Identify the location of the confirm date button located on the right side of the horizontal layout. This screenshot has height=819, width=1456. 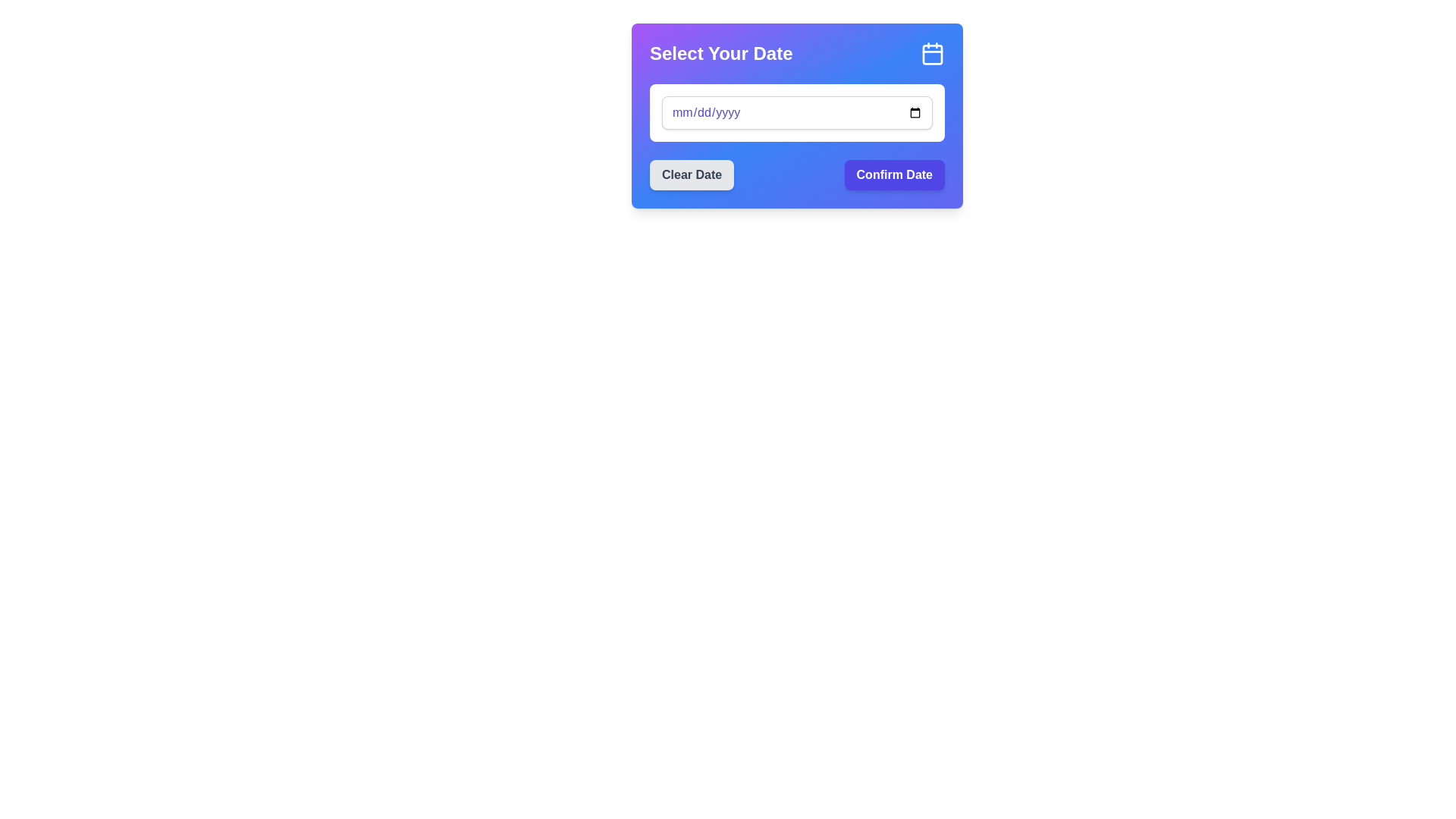
(894, 174).